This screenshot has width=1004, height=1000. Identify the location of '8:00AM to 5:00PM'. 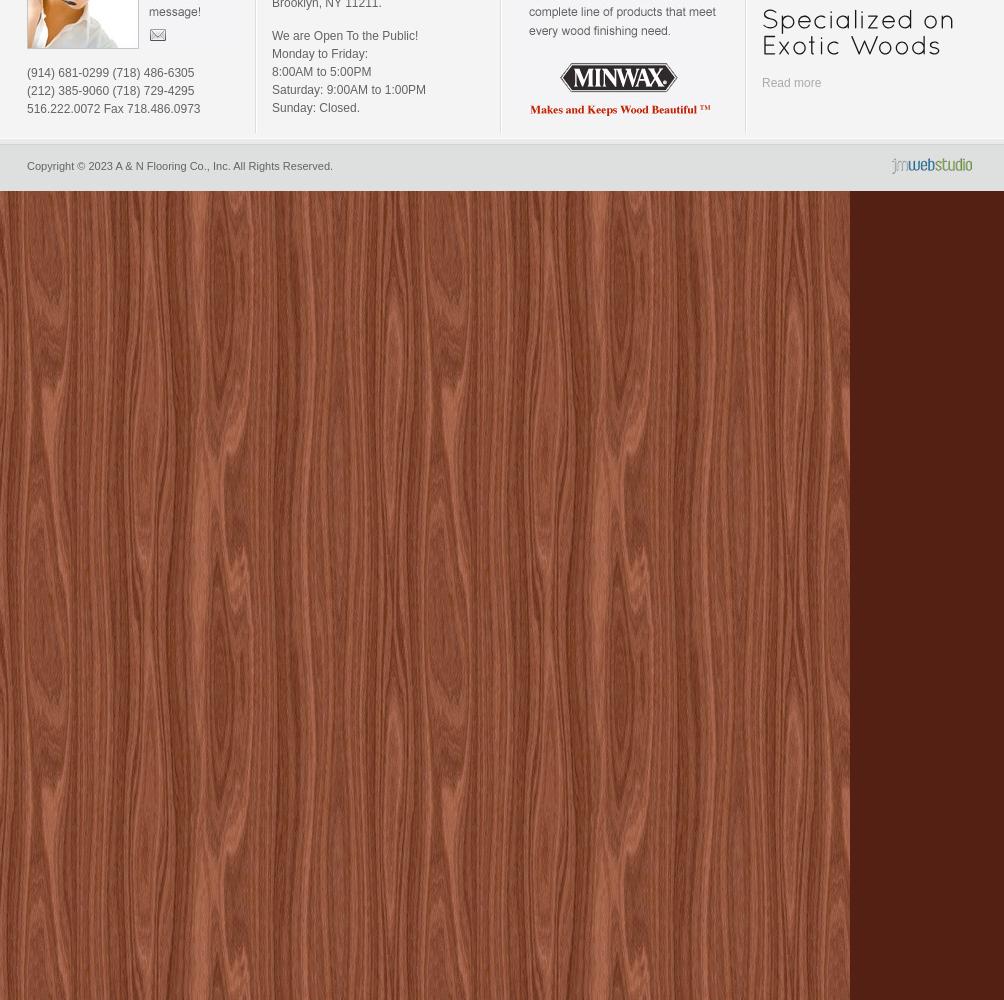
(321, 71).